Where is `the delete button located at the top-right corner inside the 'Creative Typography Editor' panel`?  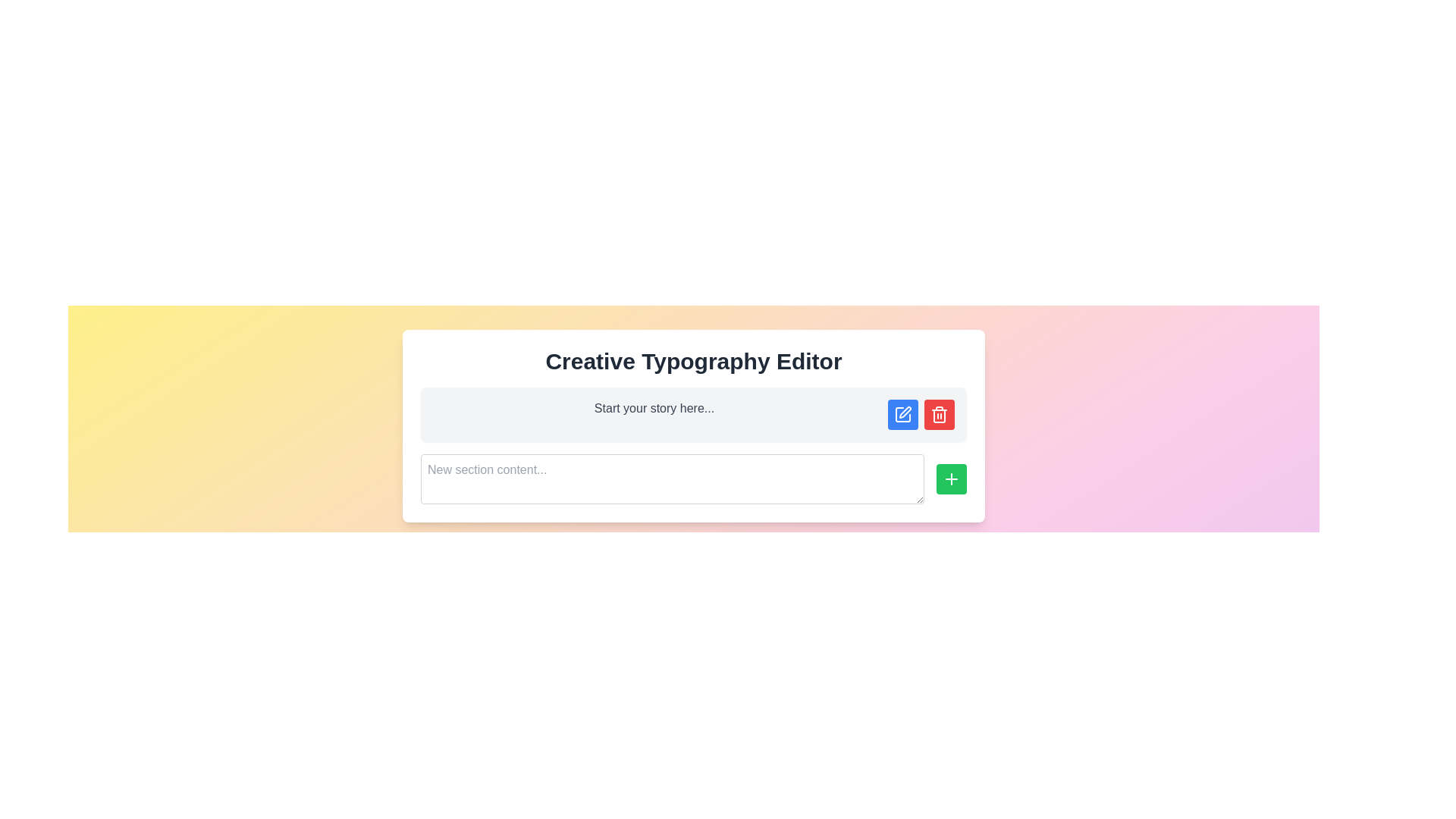
the delete button located at the top-right corner inside the 'Creative Typography Editor' panel is located at coordinates (938, 415).